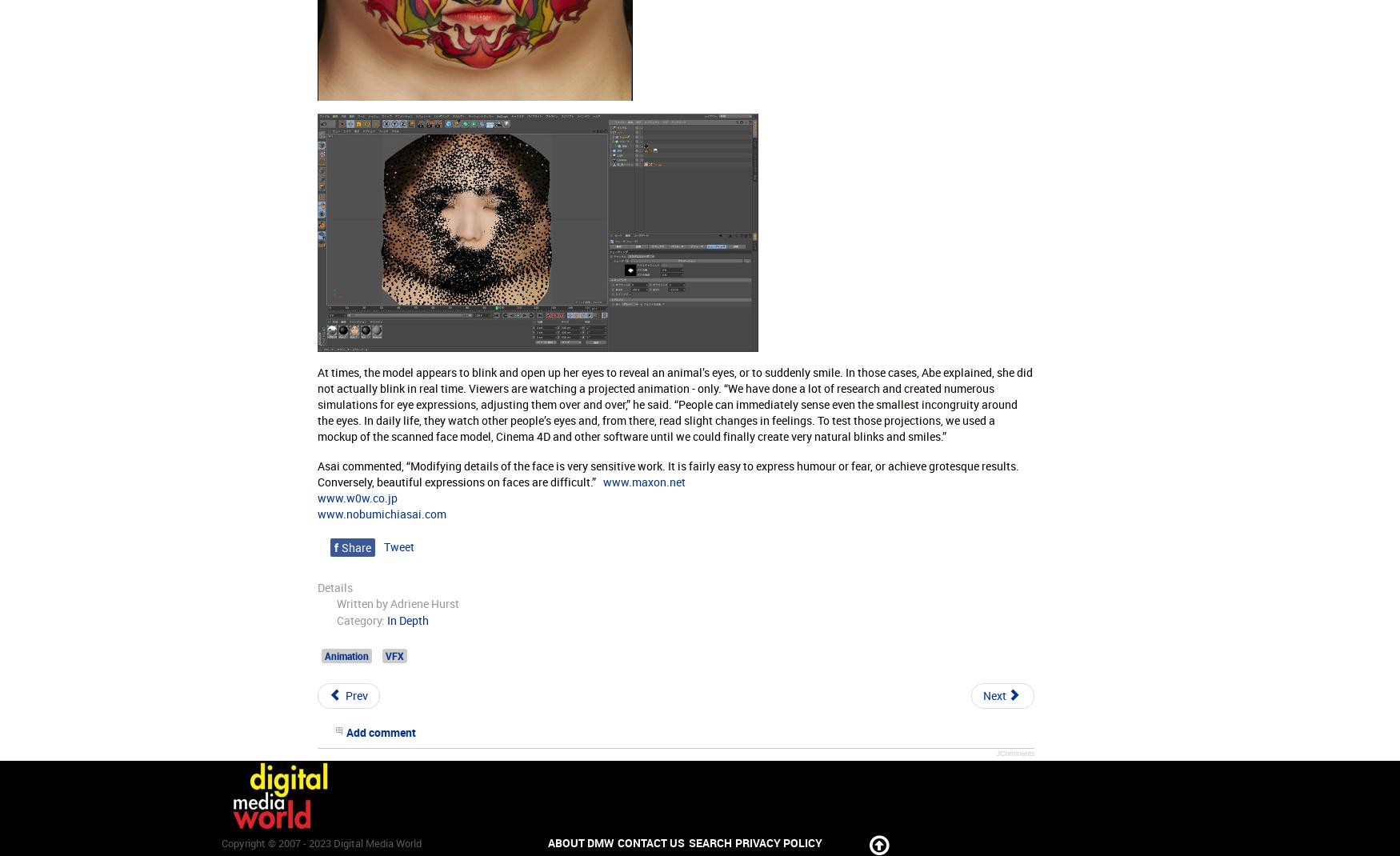  What do you see at coordinates (219, 842) in the screenshot?
I see `'Copyright ©
2007 - 2023
Digital Media World'` at bounding box center [219, 842].